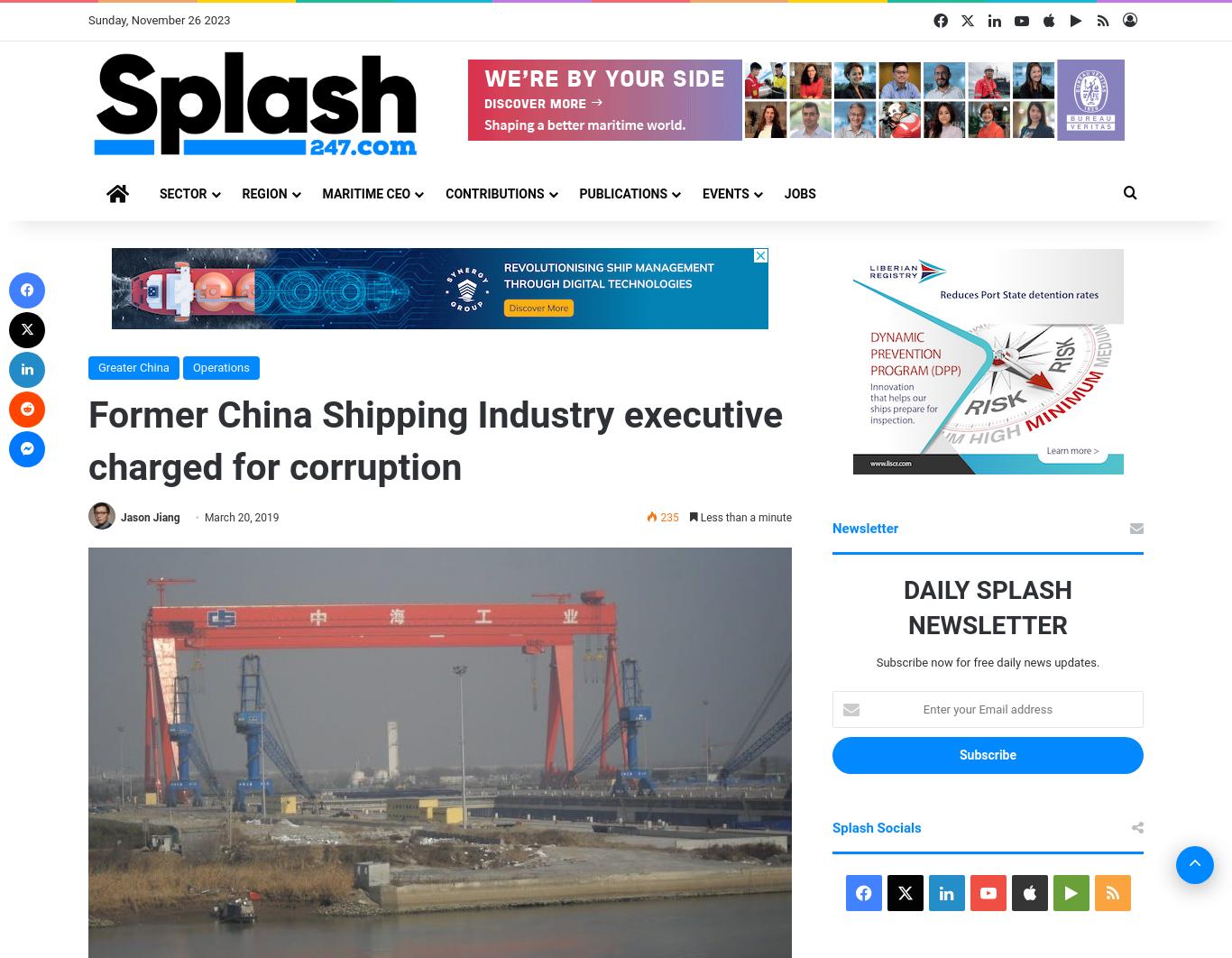 This screenshot has width=1232, height=958. I want to click on 'Jason Jiang', so click(119, 518).